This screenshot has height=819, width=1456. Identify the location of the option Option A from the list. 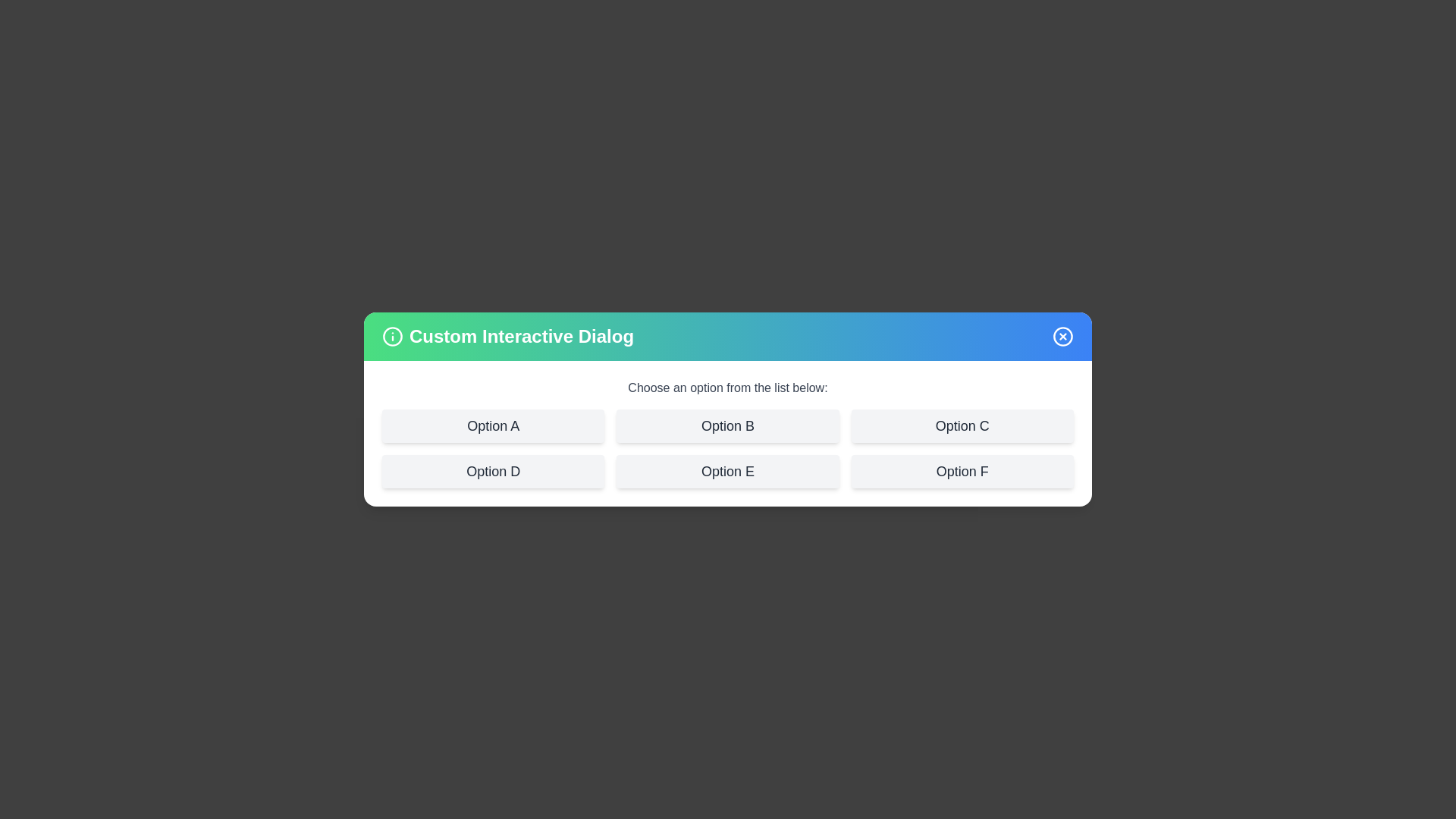
(492, 426).